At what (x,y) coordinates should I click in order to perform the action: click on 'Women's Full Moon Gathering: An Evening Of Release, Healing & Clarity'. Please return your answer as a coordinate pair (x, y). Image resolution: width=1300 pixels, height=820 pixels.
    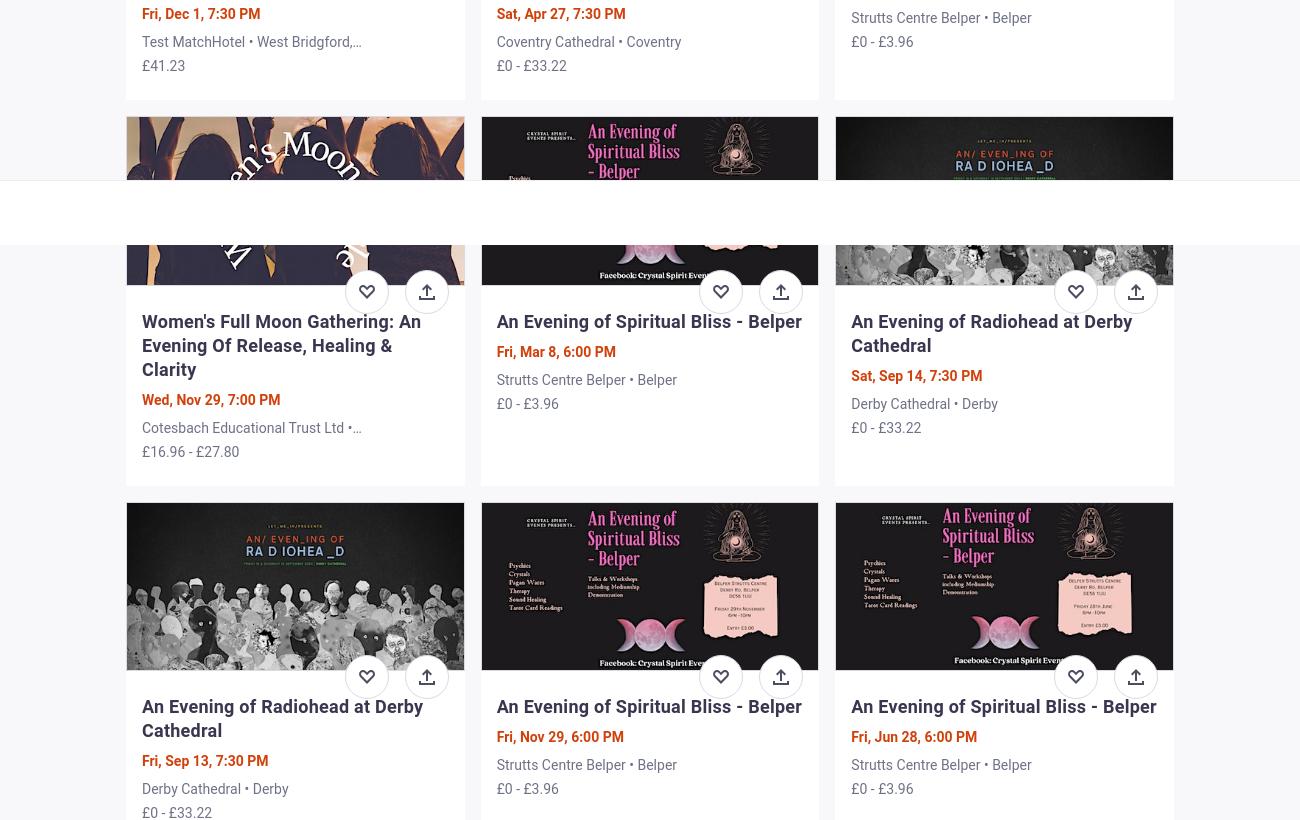
    Looking at the image, I should click on (281, 343).